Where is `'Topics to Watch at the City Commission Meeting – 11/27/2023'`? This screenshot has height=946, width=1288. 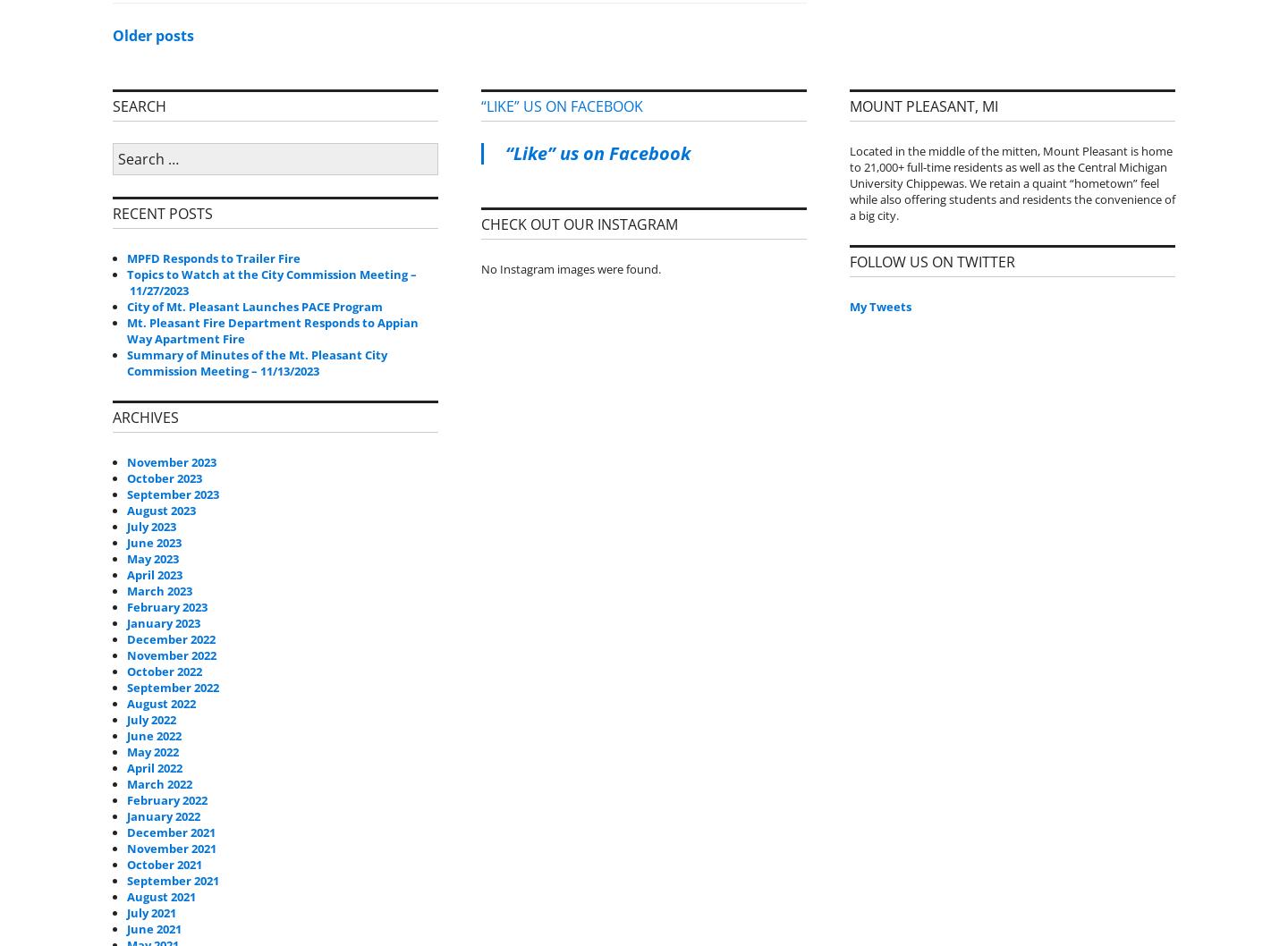 'Topics to Watch at the City Commission Meeting – 11/27/2023' is located at coordinates (271, 280).